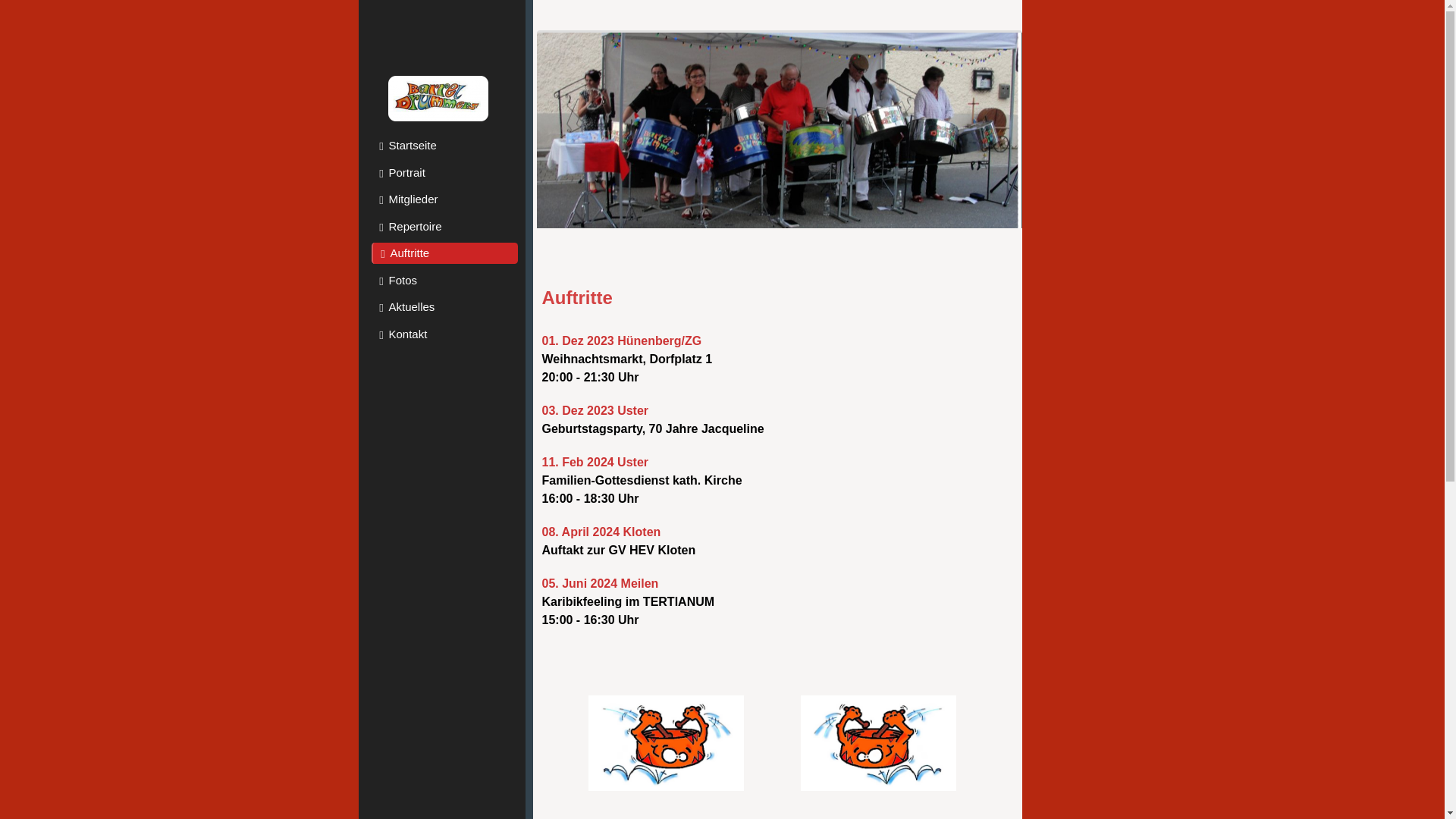 The image size is (1456, 819). Describe the element at coordinates (444, 253) in the screenshot. I see `'Auftritte'` at that location.